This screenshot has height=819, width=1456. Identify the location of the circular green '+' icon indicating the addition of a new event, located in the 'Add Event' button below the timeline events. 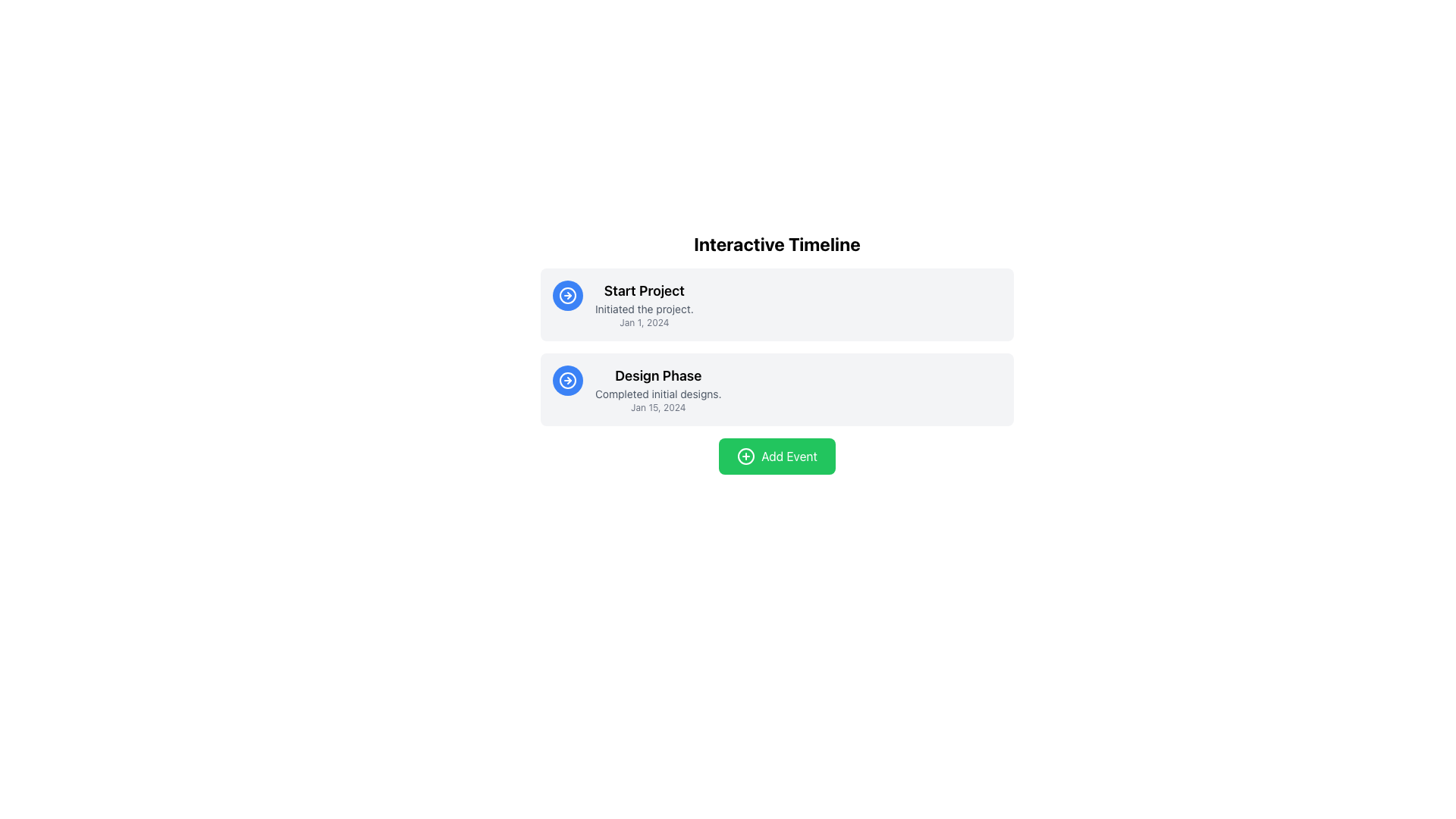
(745, 455).